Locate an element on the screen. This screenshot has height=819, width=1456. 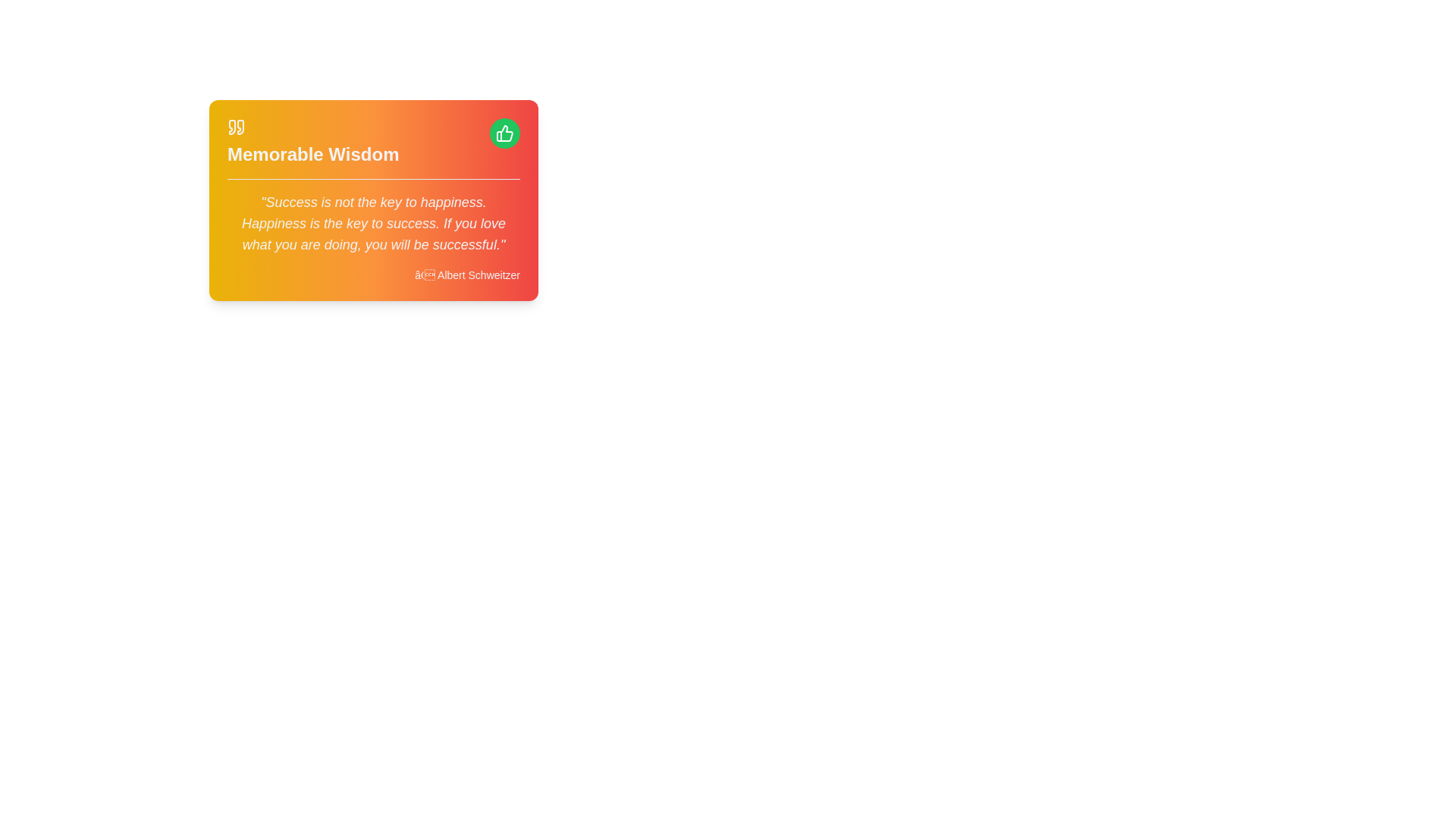
the Text Display element that shows a quotation in italicized serif font on a gradient background, located beneath the bold title 'Memorable Wisdom' is located at coordinates (374, 223).